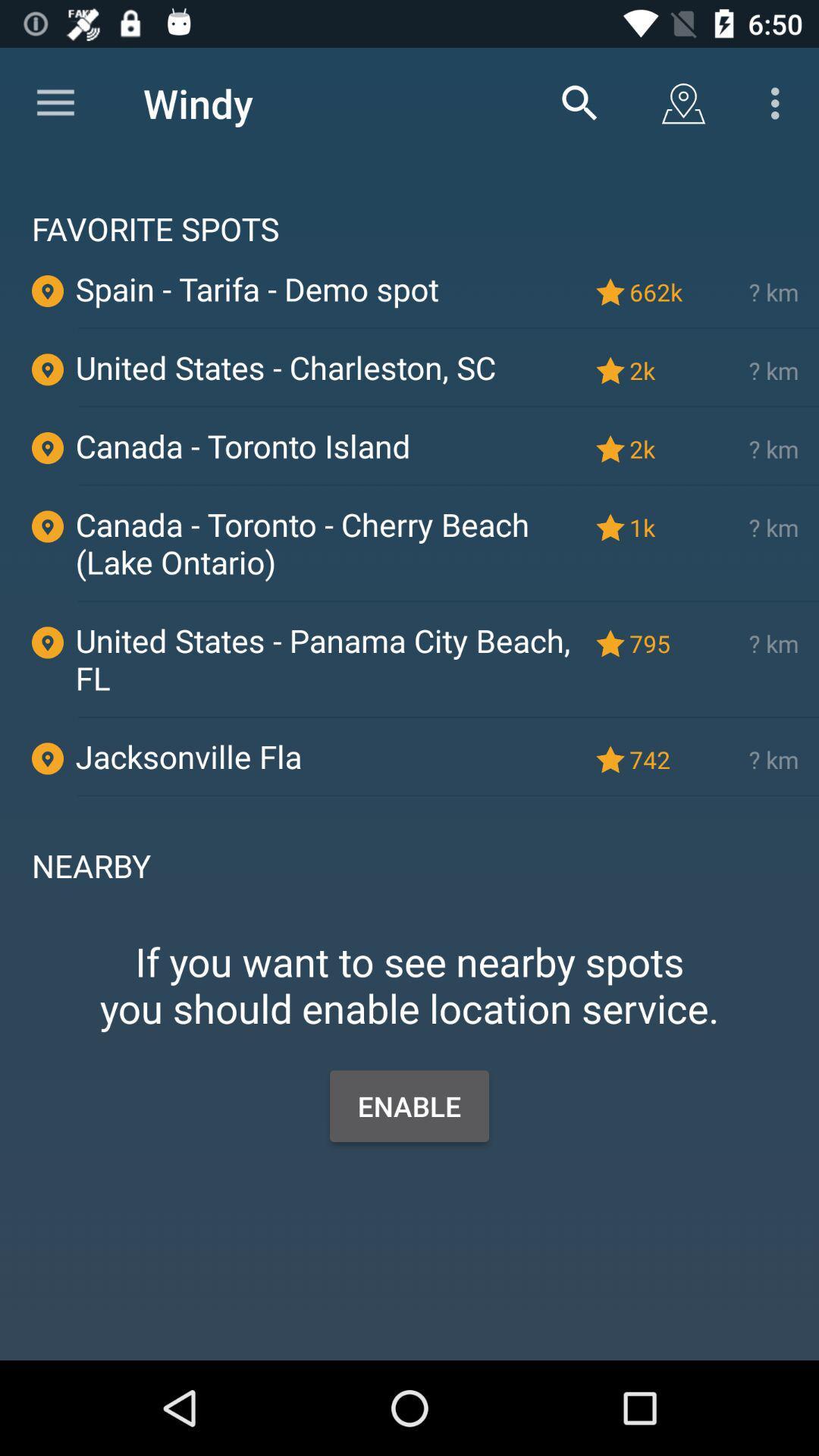  Describe the element at coordinates (55, 102) in the screenshot. I see `the icon to the left of the windy item` at that location.